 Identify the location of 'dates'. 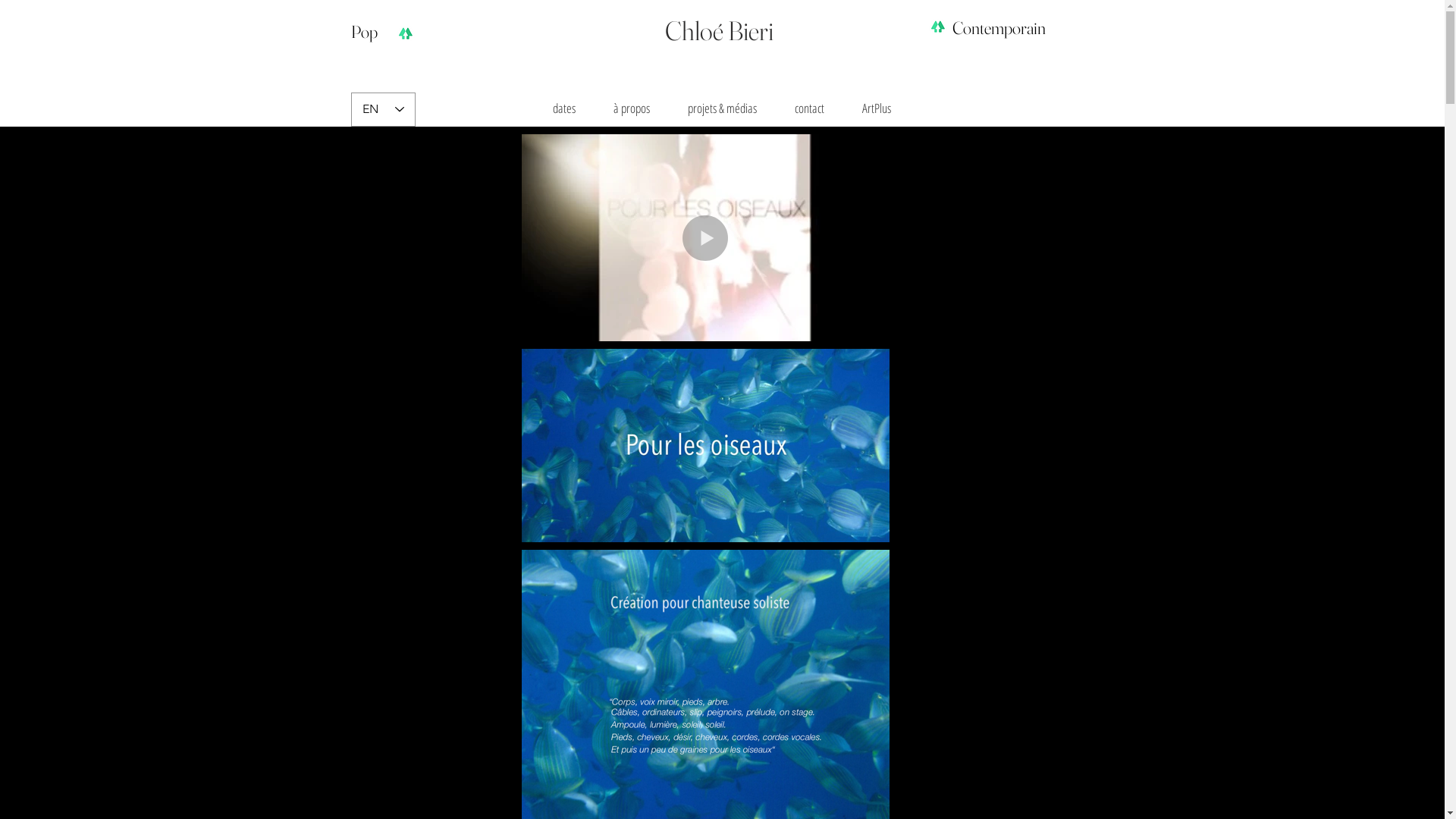
(563, 107).